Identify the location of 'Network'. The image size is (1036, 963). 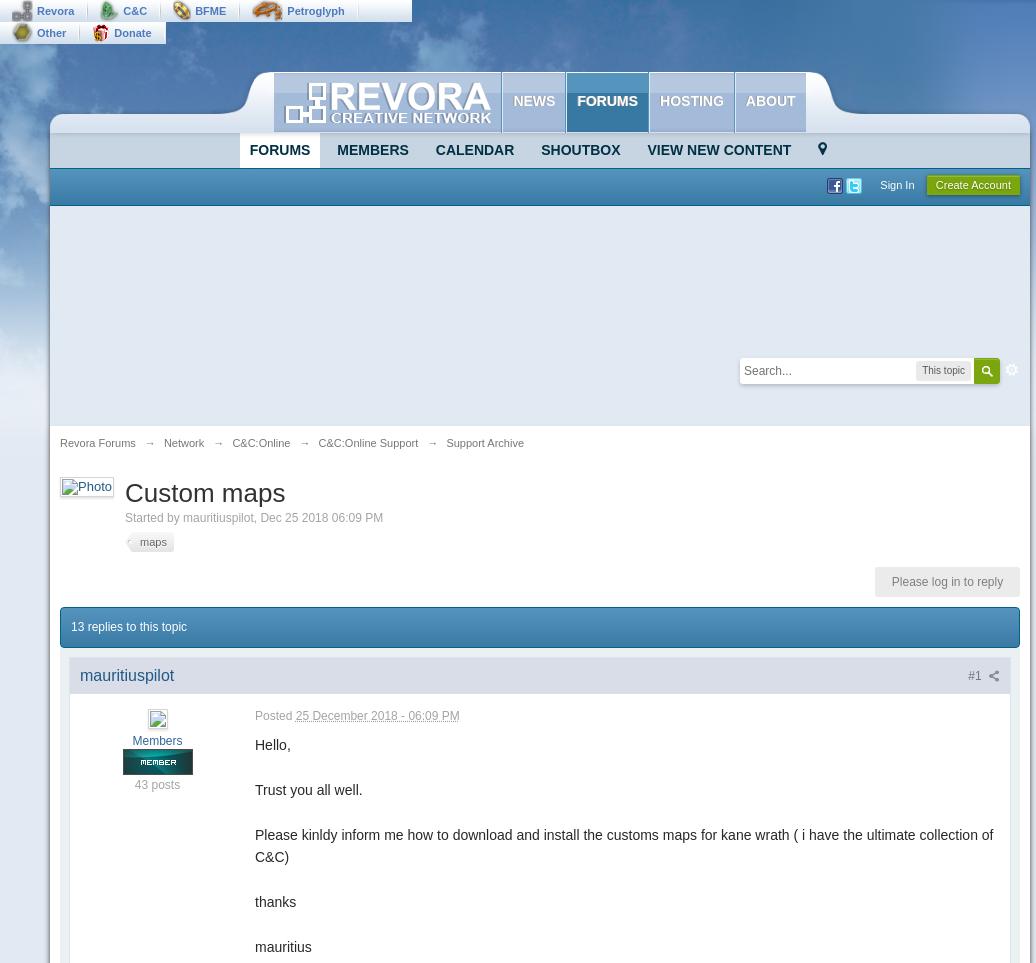
(183, 441).